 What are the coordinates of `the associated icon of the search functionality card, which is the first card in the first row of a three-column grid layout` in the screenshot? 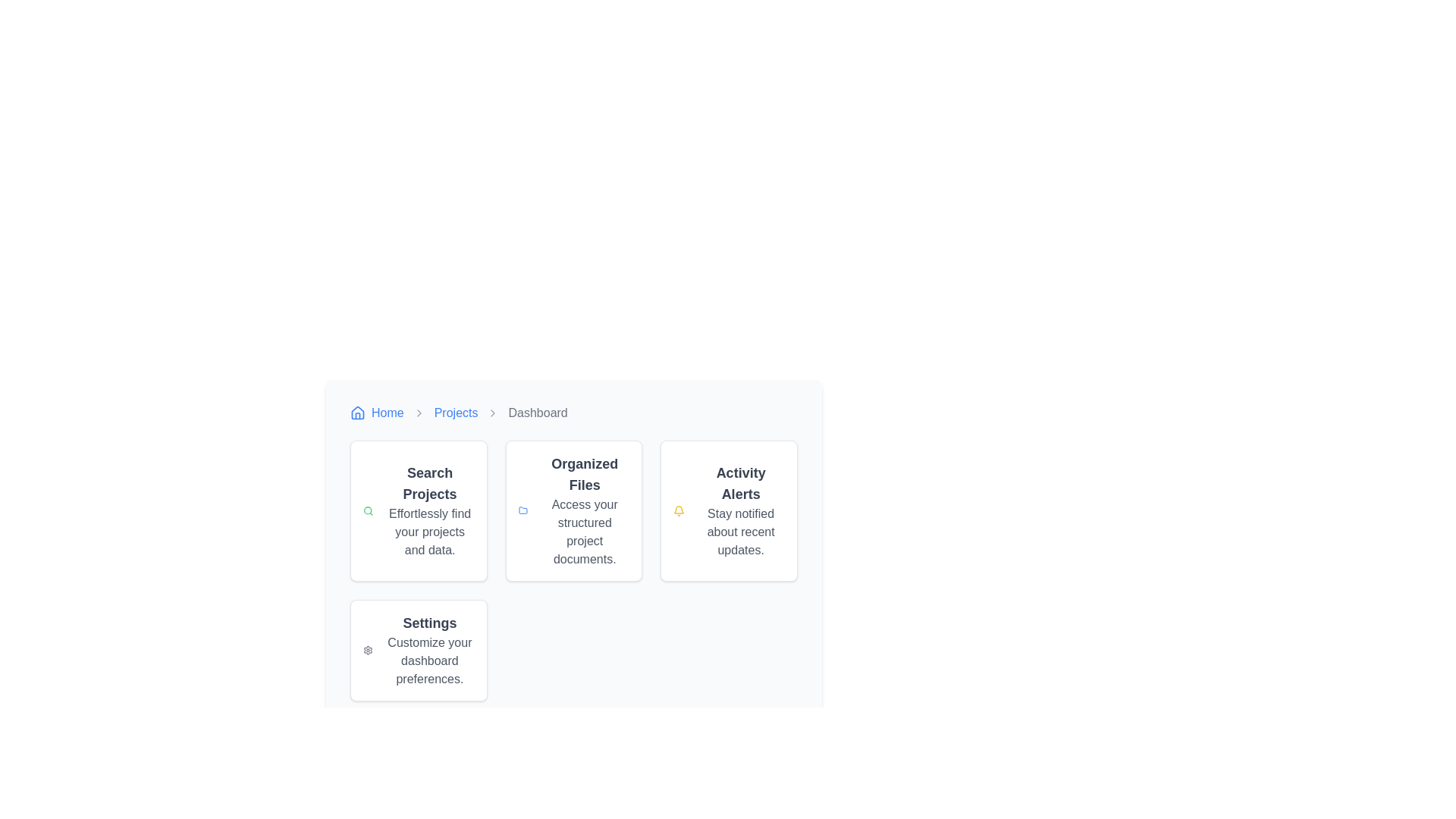 It's located at (419, 511).